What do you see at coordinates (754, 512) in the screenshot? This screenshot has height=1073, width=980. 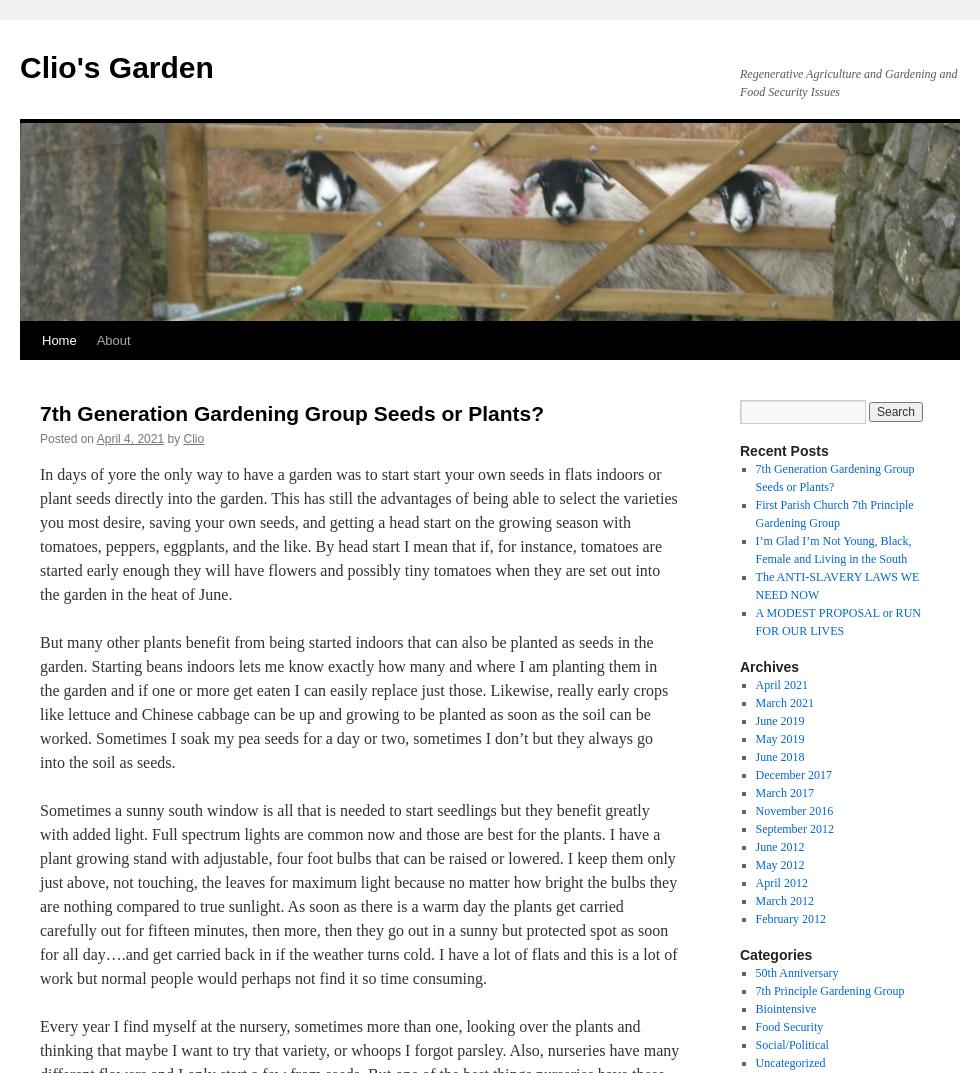 I see `'First Parish Church 7th Principle Gardening Group'` at bounding box center [754, 512].